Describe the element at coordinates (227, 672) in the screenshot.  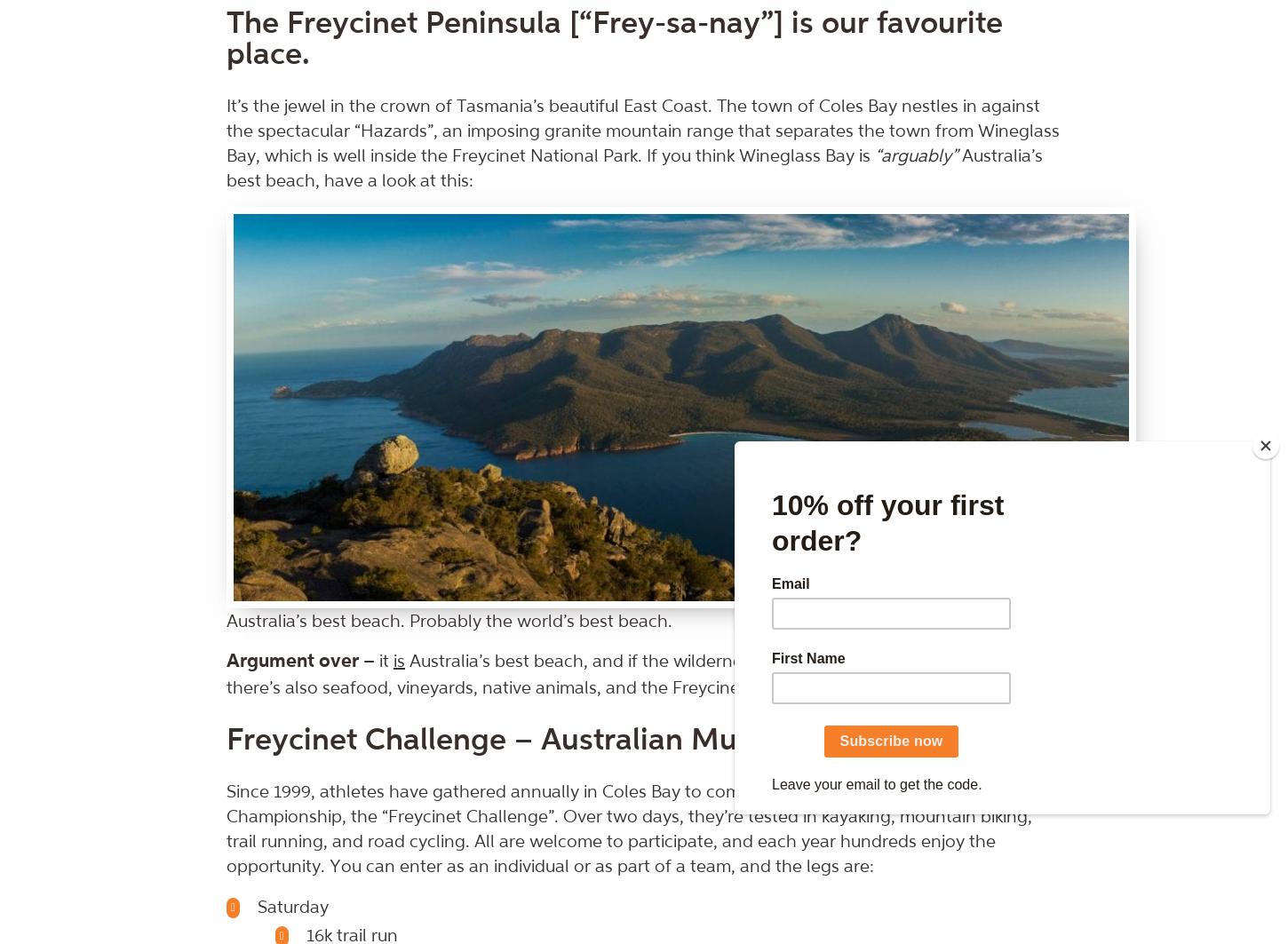
I see `'Australia’s best beach, and if the wilderness isn’t enough to keep you amused there’s also seafood, vineyards, native animals, and the Freycinet Challenge.'` at that location.